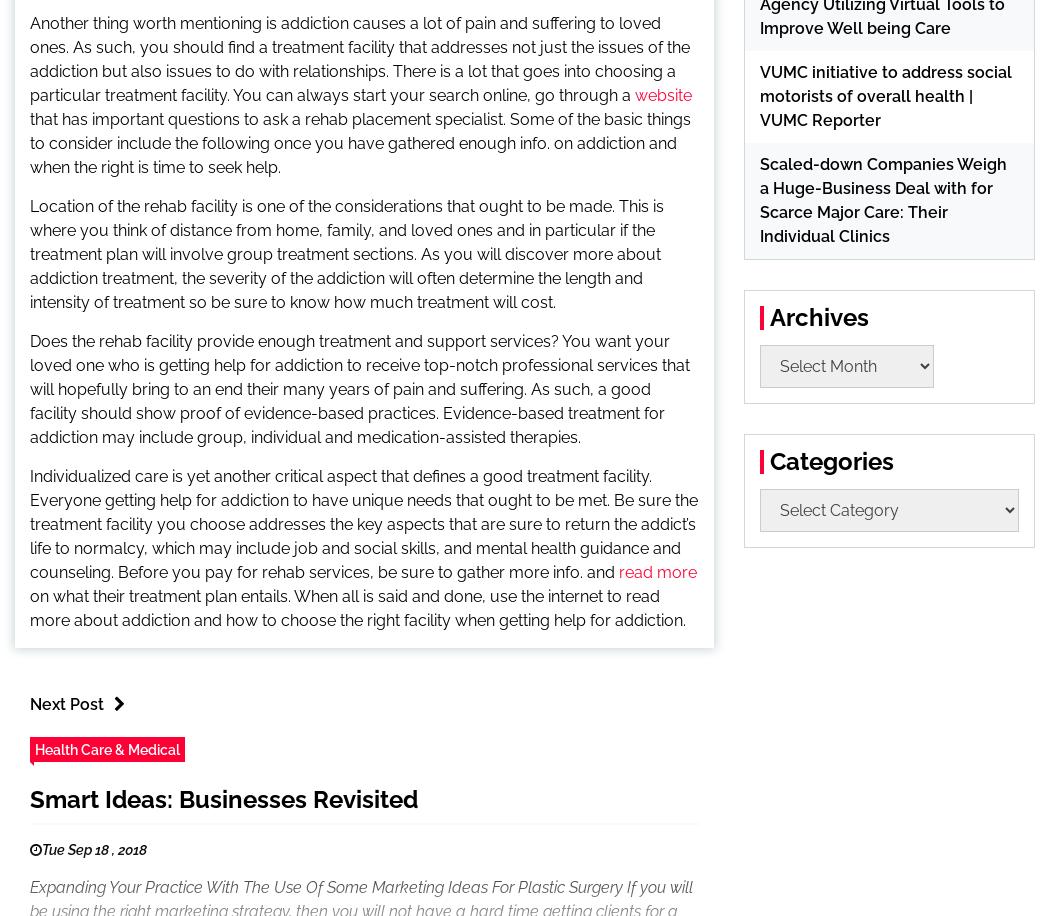 This screenshot has width=1050, height=916. Describe the element at coordinates (359, 58) in the screenshot. I see `'Another thing worth mentioning is addiction causes a lot of pain and suffering to loved ones. As such, you should find a treatment facility that addresses not just the issues of the addiction but also issues to do with relationships. There is a lot that goes into choosing a particular treatment facility. You can always start your search online, go through a'` at that location.